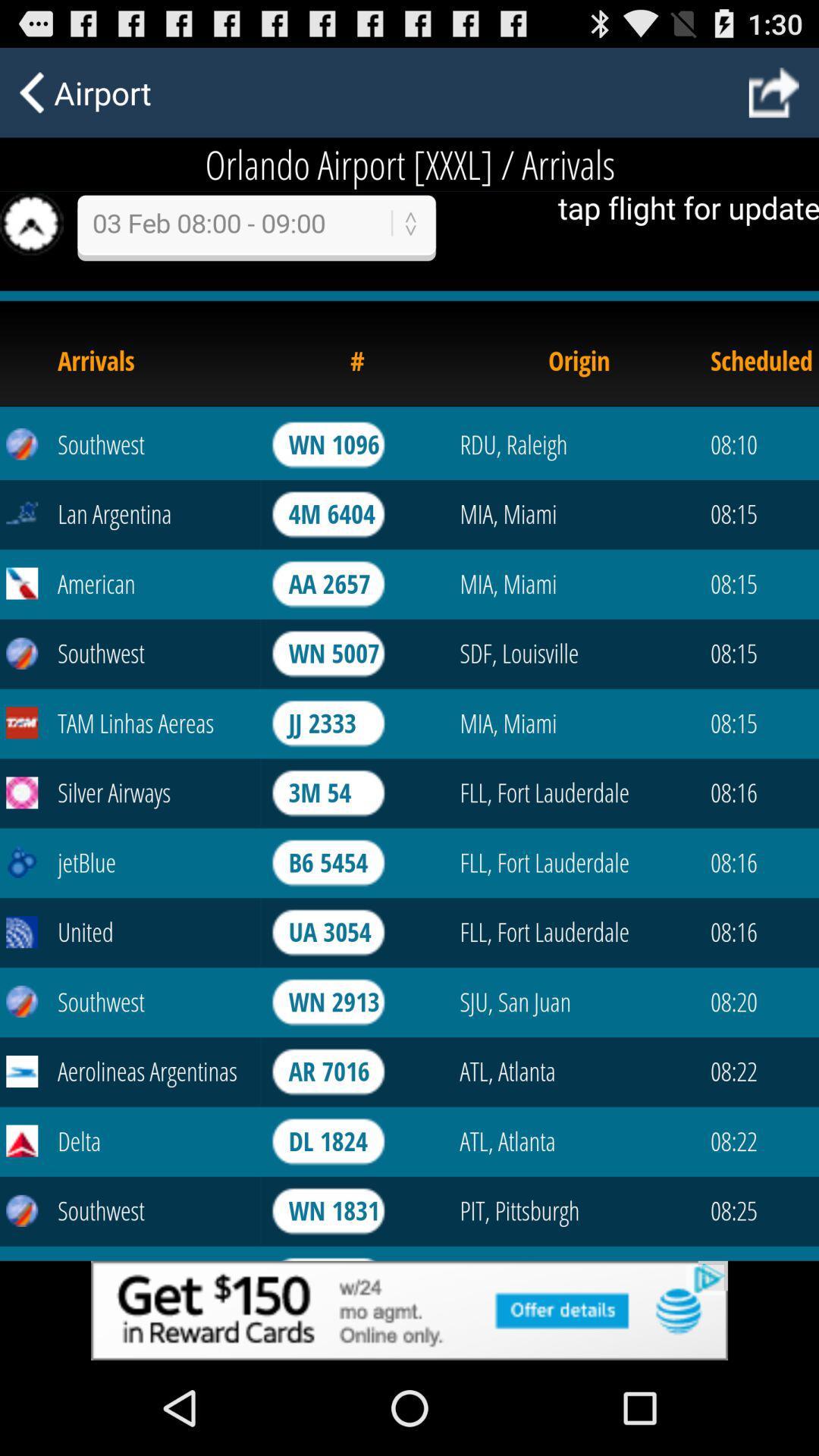  Describe the element at coordinates (409, 1310) in the screenshot. I see `give advertisement information` at that location.